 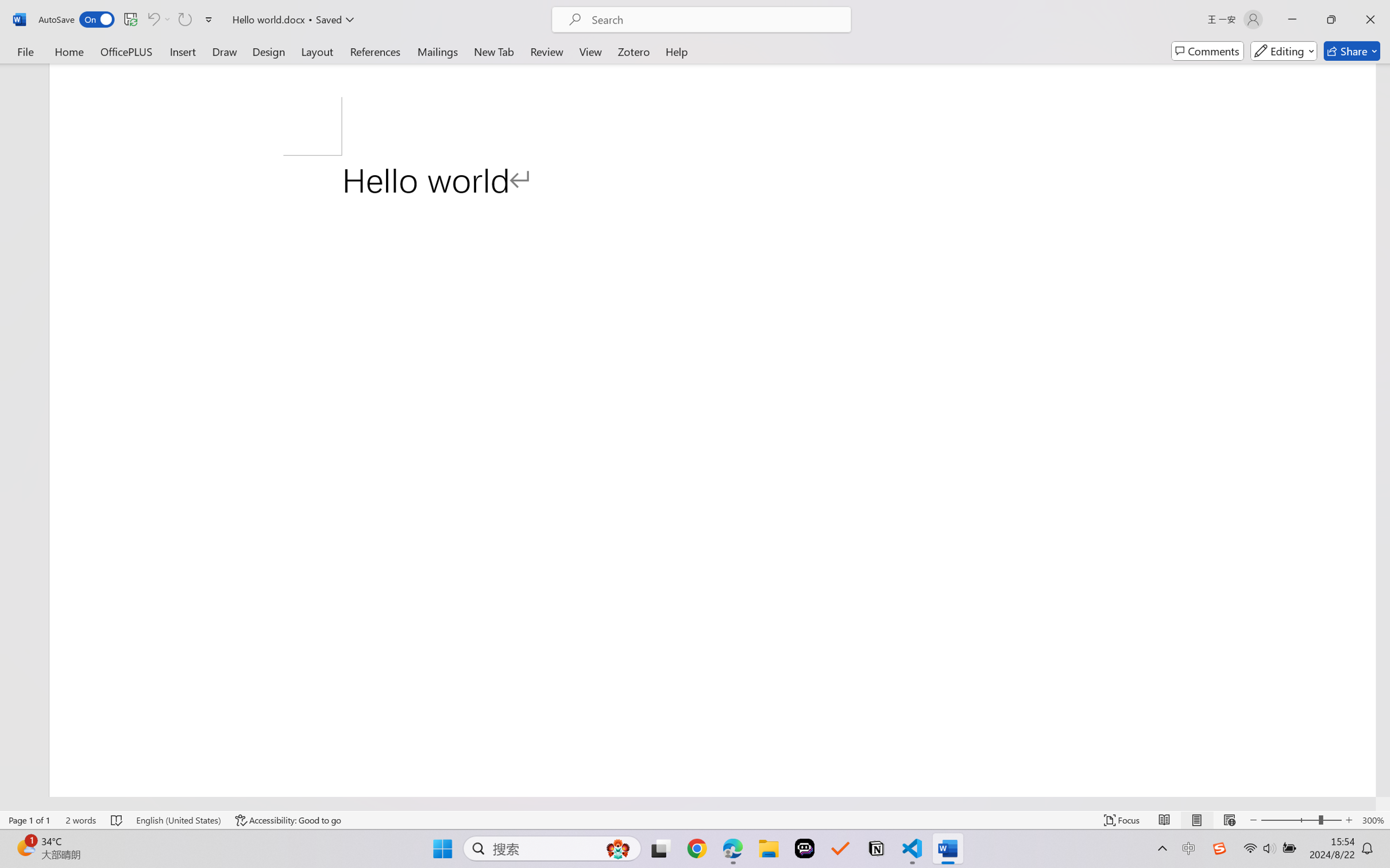 I want to click on 'Comments', so click(x=1207, y=51).